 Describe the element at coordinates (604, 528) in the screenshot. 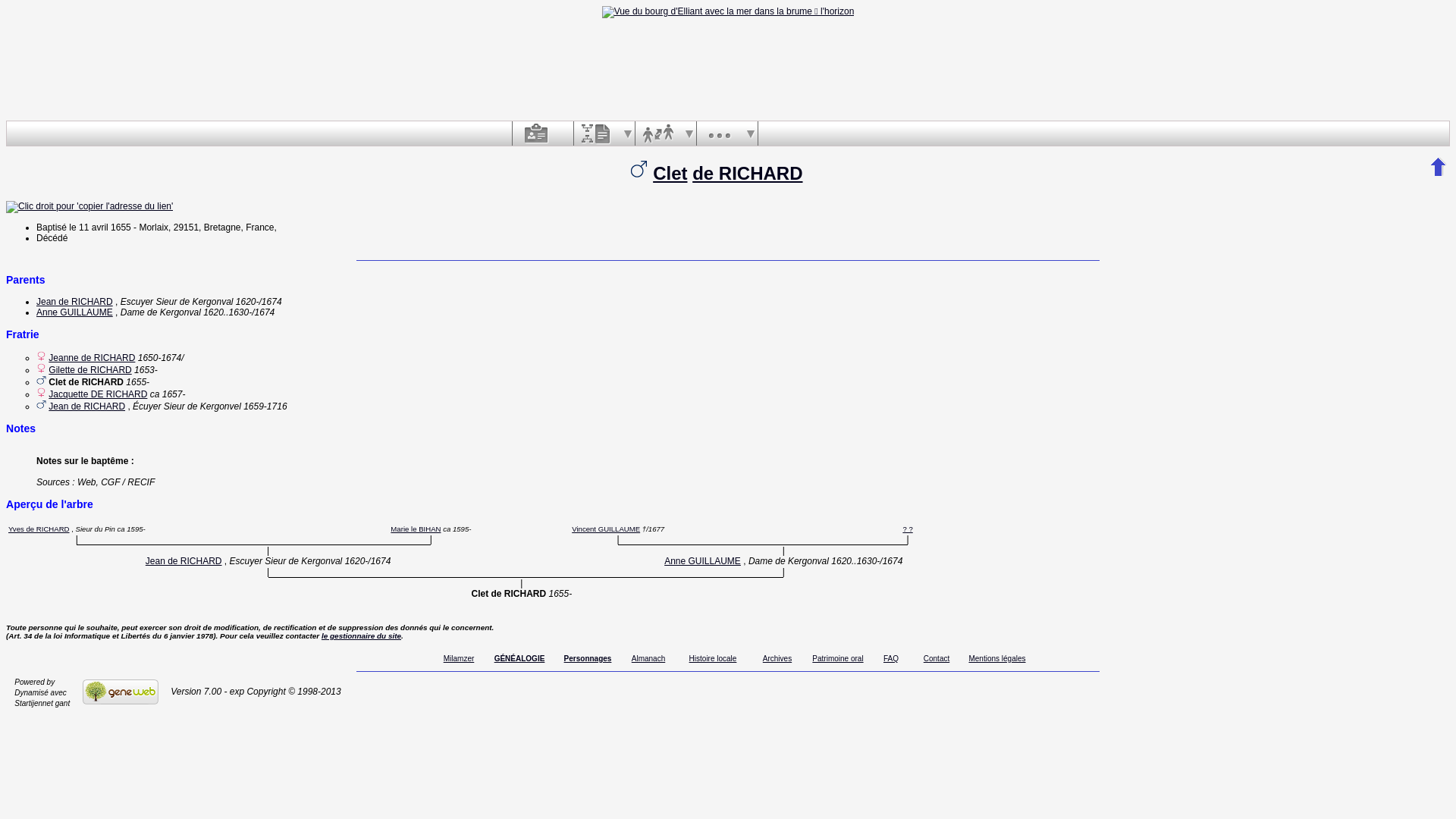

I see `'Vincent GUILLAUME'` at that location.